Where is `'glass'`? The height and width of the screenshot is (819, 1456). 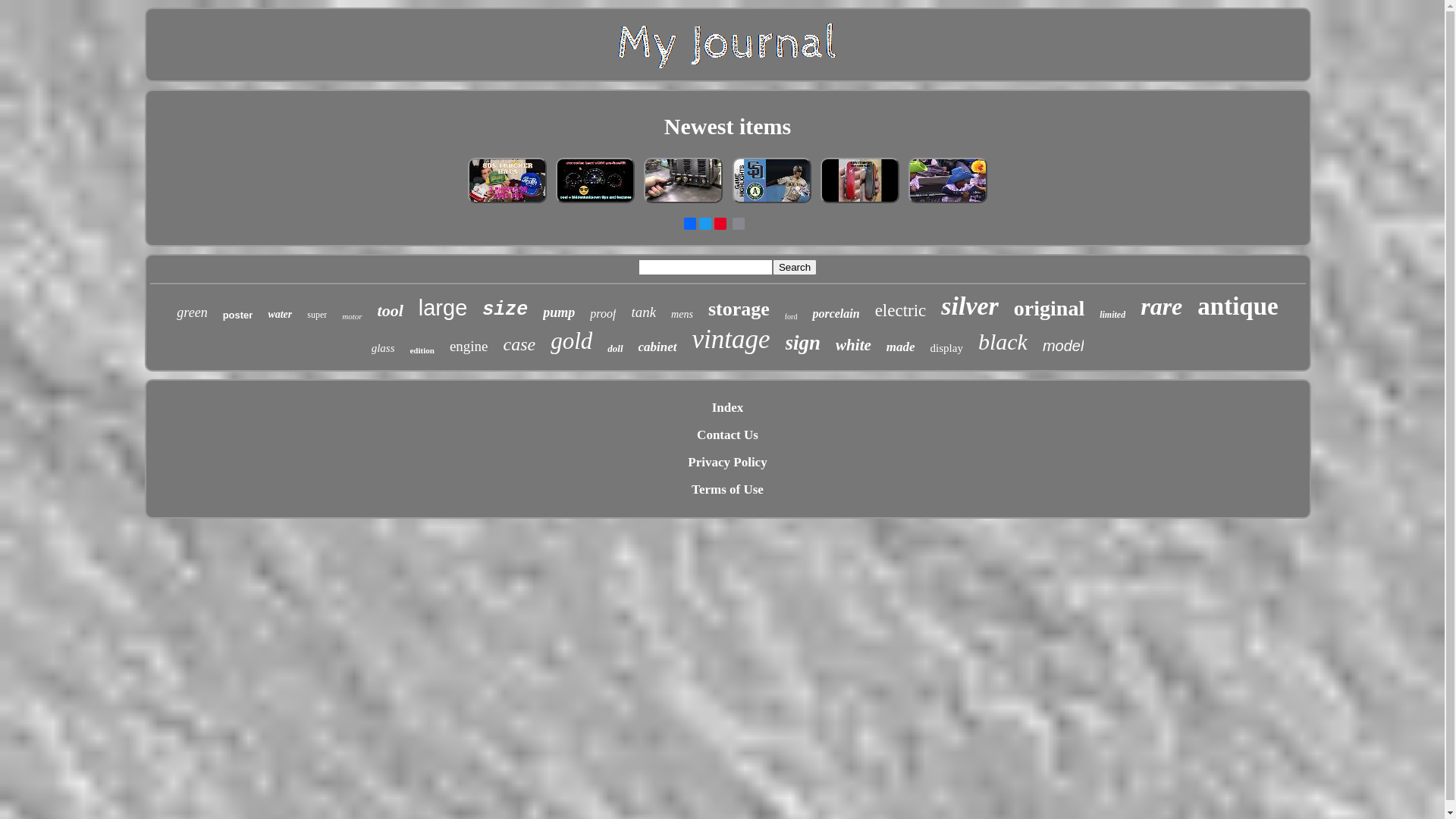 'glass' is located at coordinates (383, 348).